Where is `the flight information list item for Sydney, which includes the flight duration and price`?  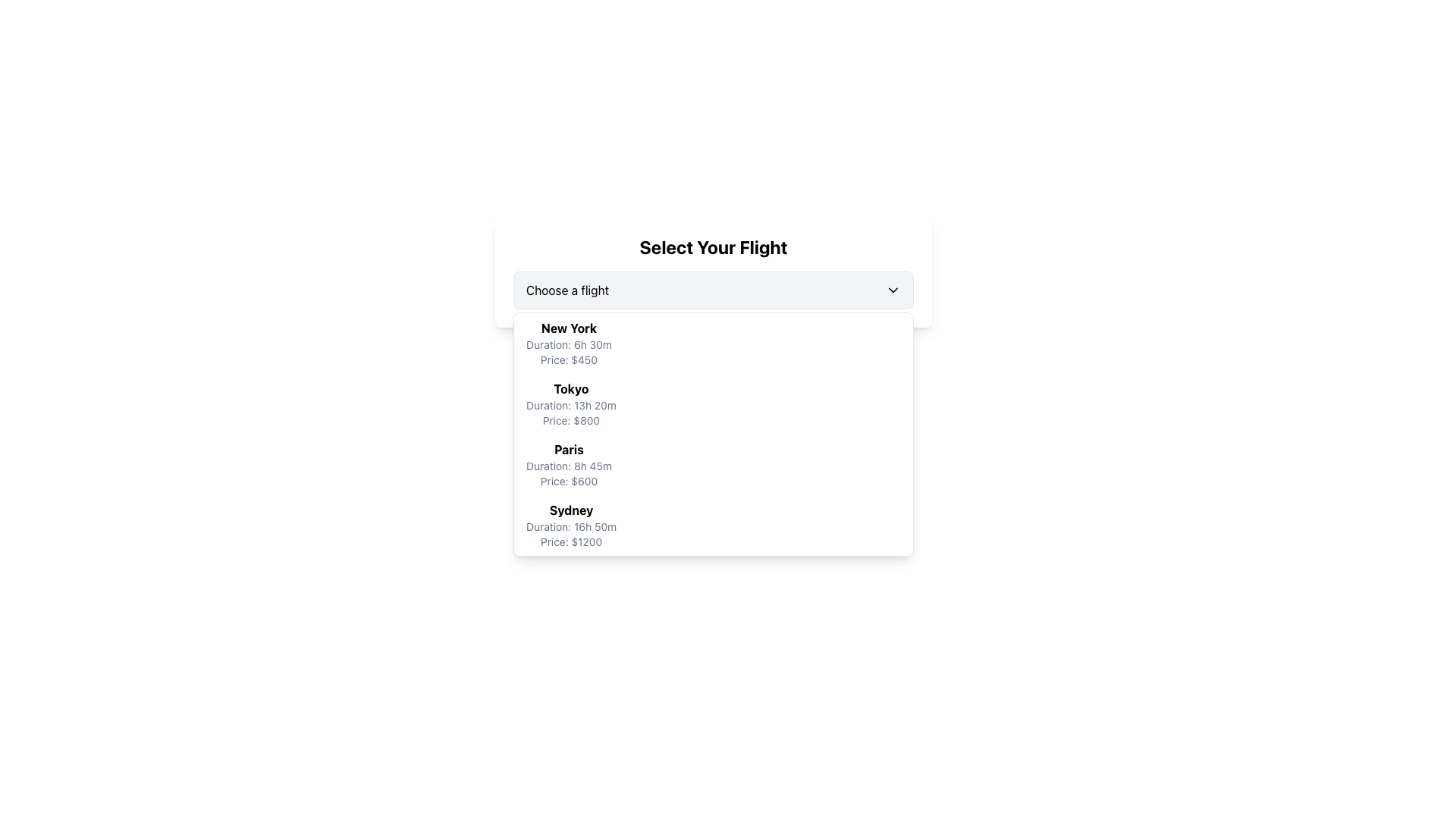 the flight information list item for Sydney, which includes the flight duration and price is located at coordinates (570, 525).